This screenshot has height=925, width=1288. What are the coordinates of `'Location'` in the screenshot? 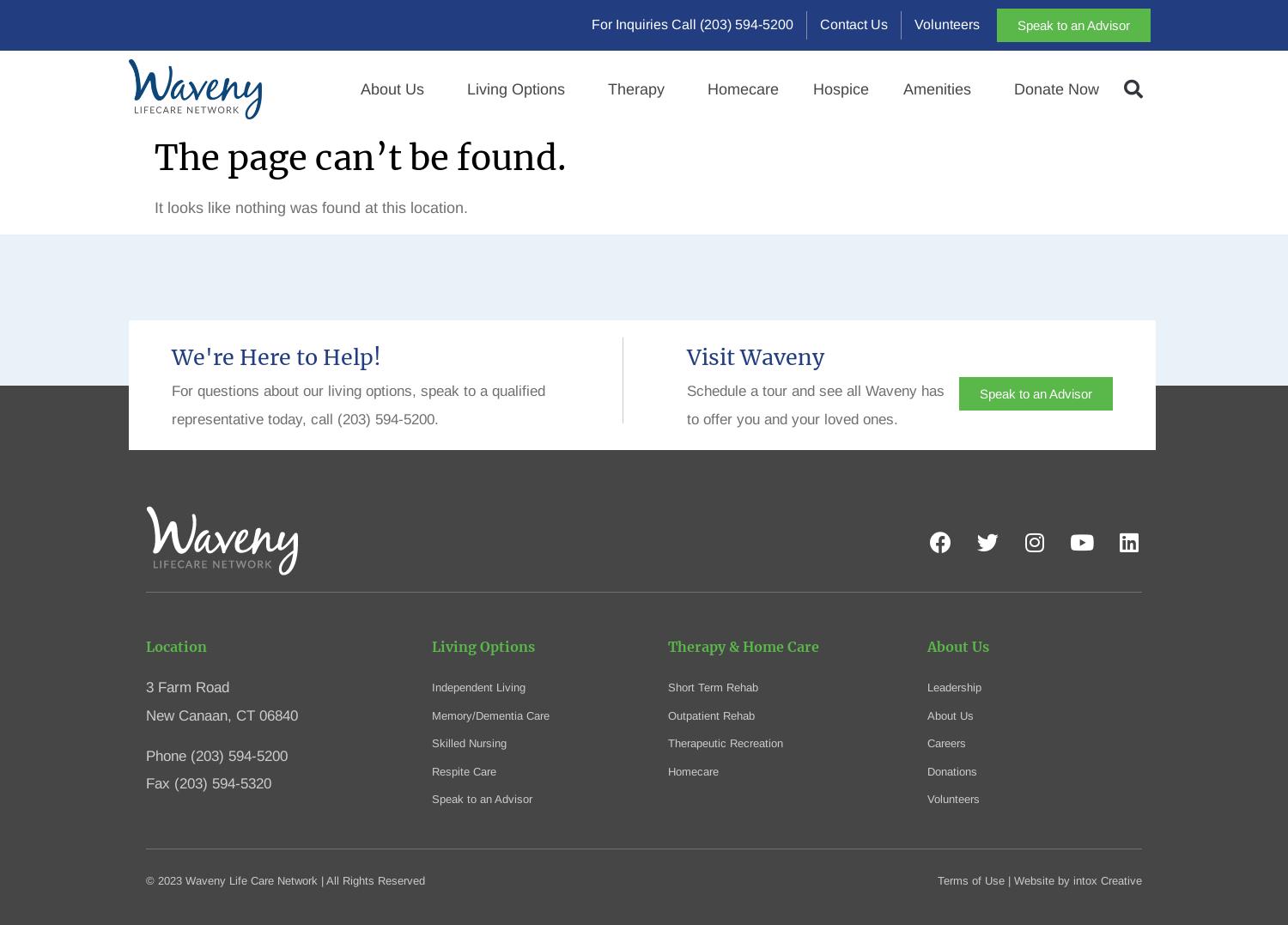 It's located at (175, 646).